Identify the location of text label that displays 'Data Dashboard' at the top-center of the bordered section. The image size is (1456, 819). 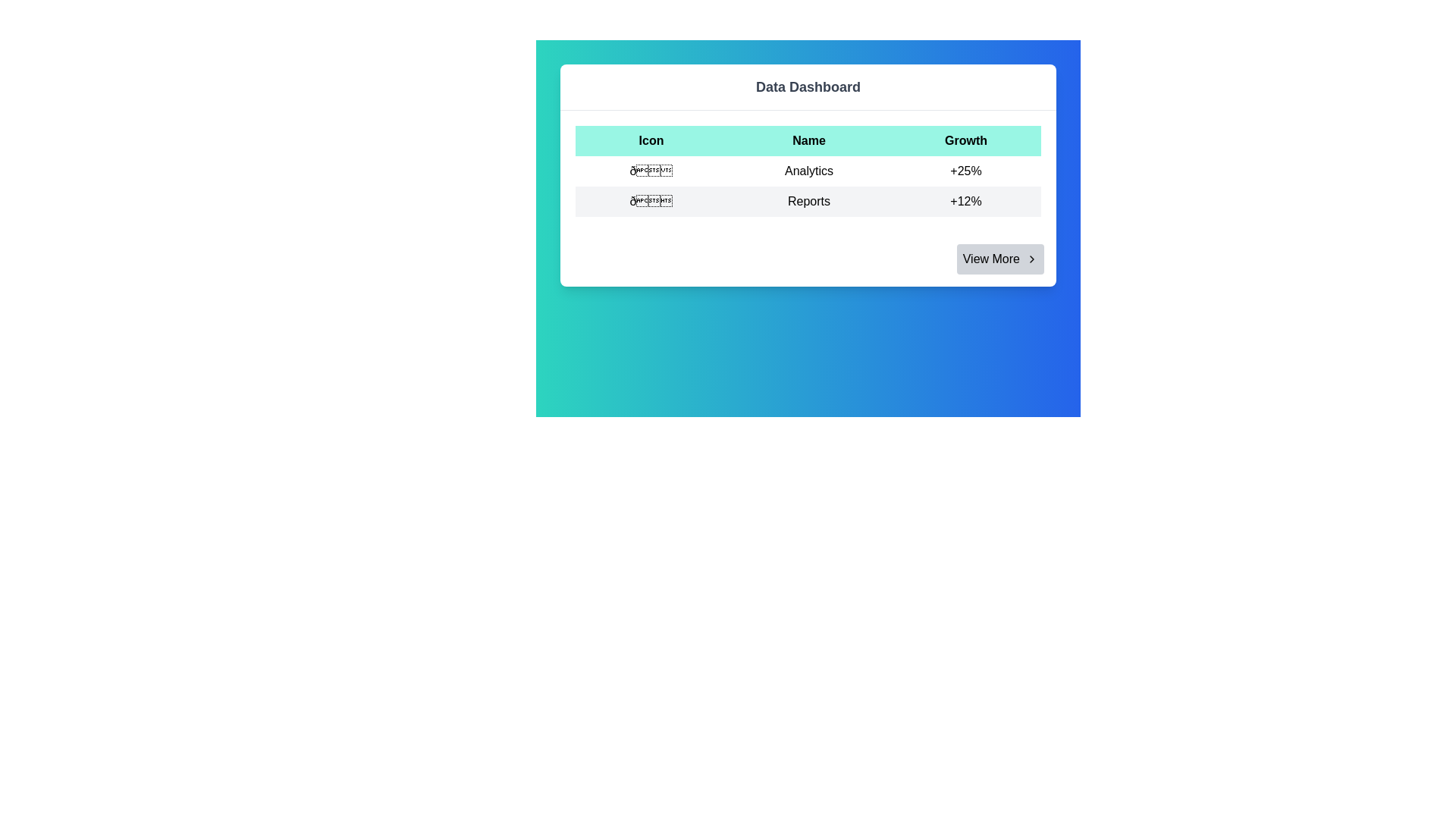
(807, 87).